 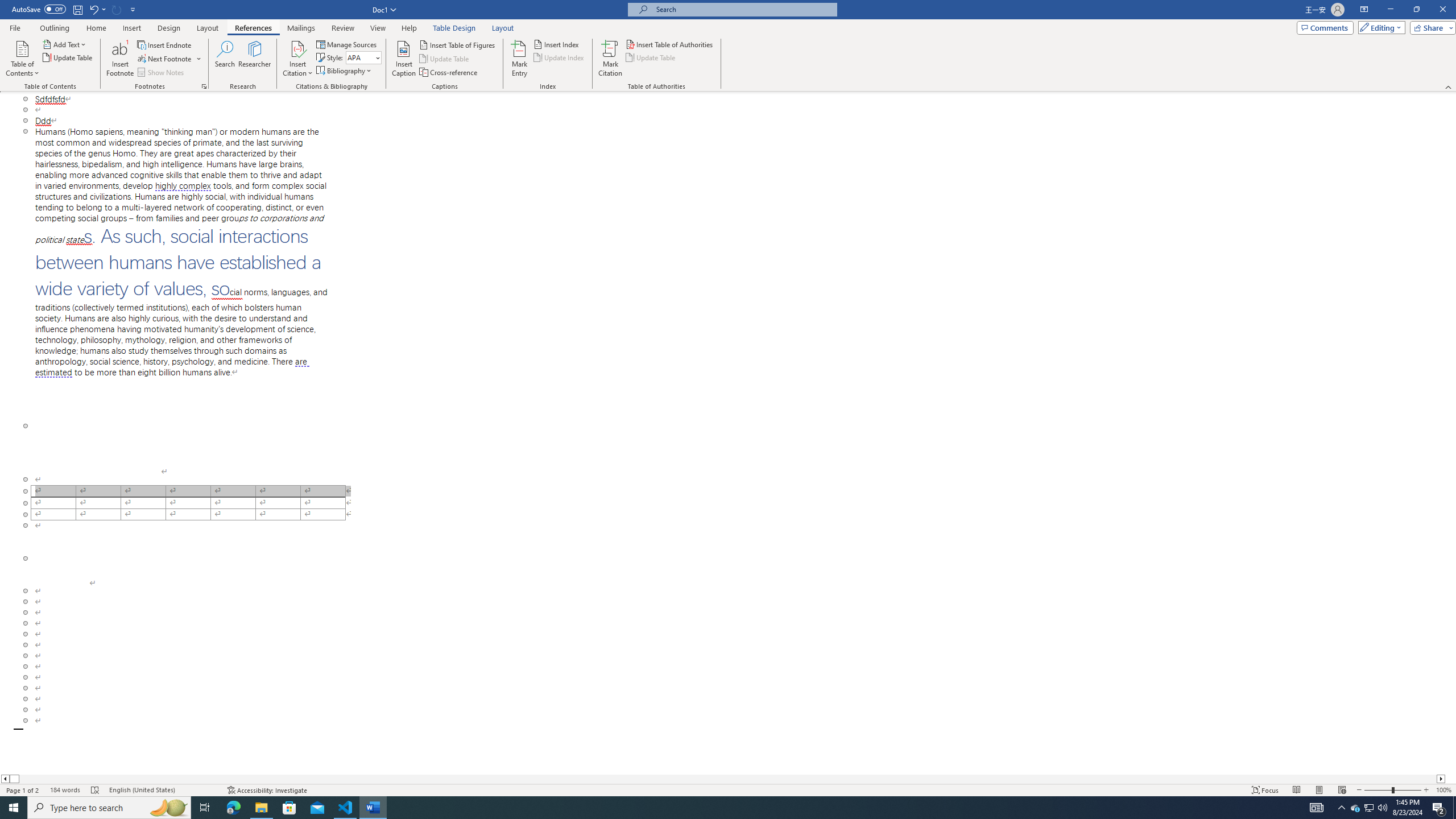 I want to click on 'Update Index', so click(x=559, y=56).